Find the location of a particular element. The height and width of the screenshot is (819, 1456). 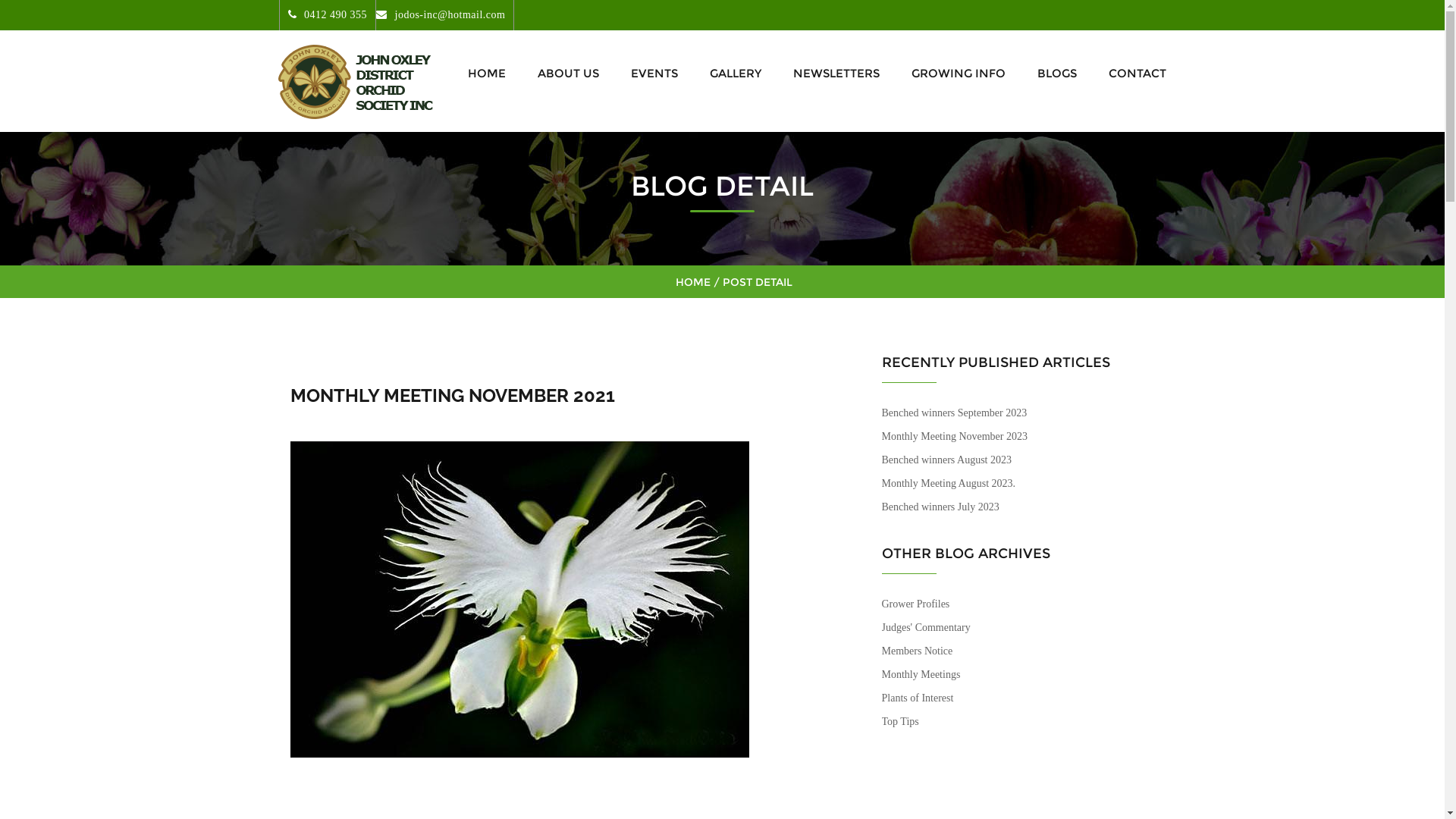

'ABOUT US' is located at coordinates (528, 73).